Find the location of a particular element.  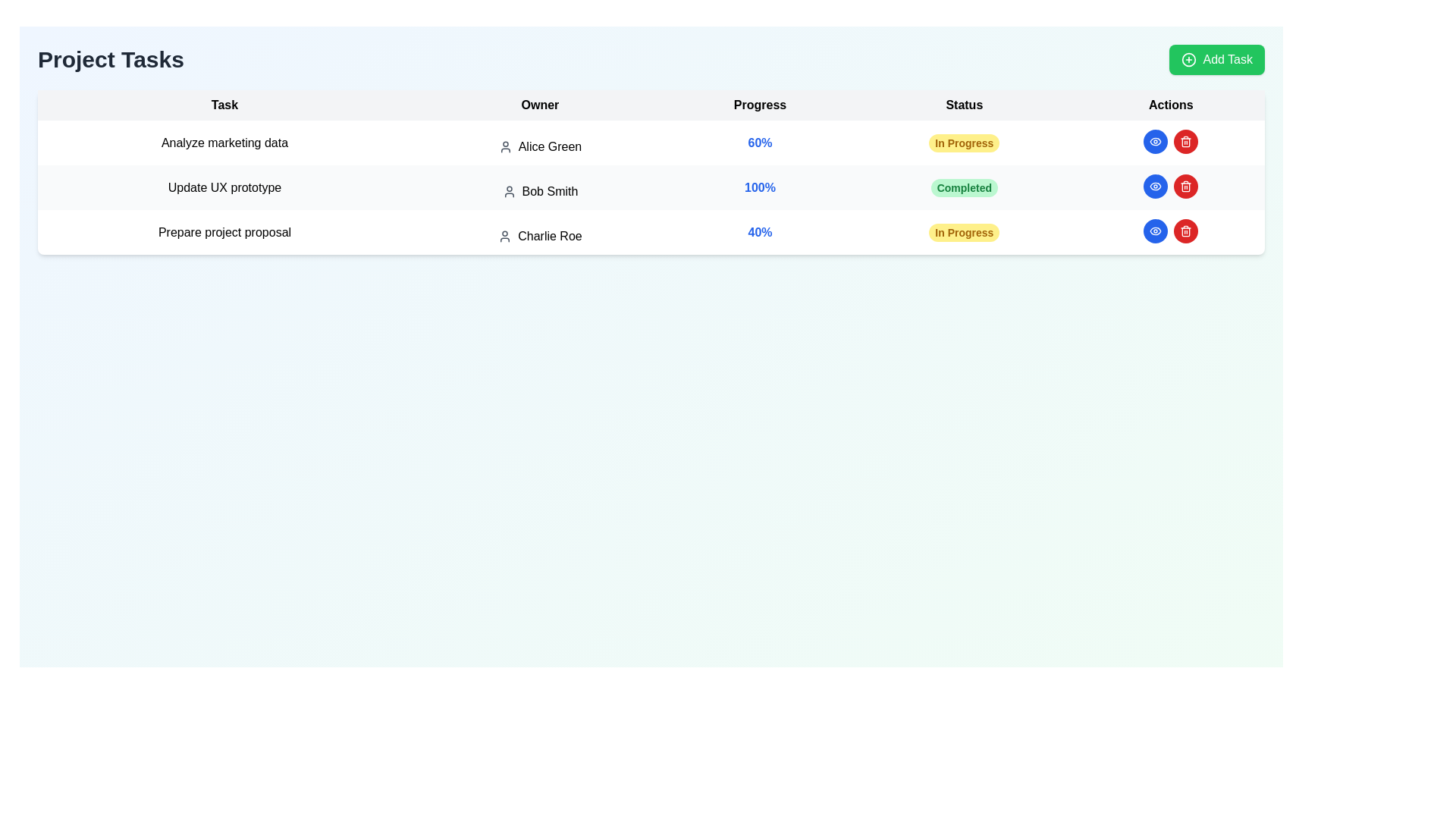

the delete button located in the 'Actions' column of the second row in the 'Project Tasks' table is located at coordinates (1185, 186).